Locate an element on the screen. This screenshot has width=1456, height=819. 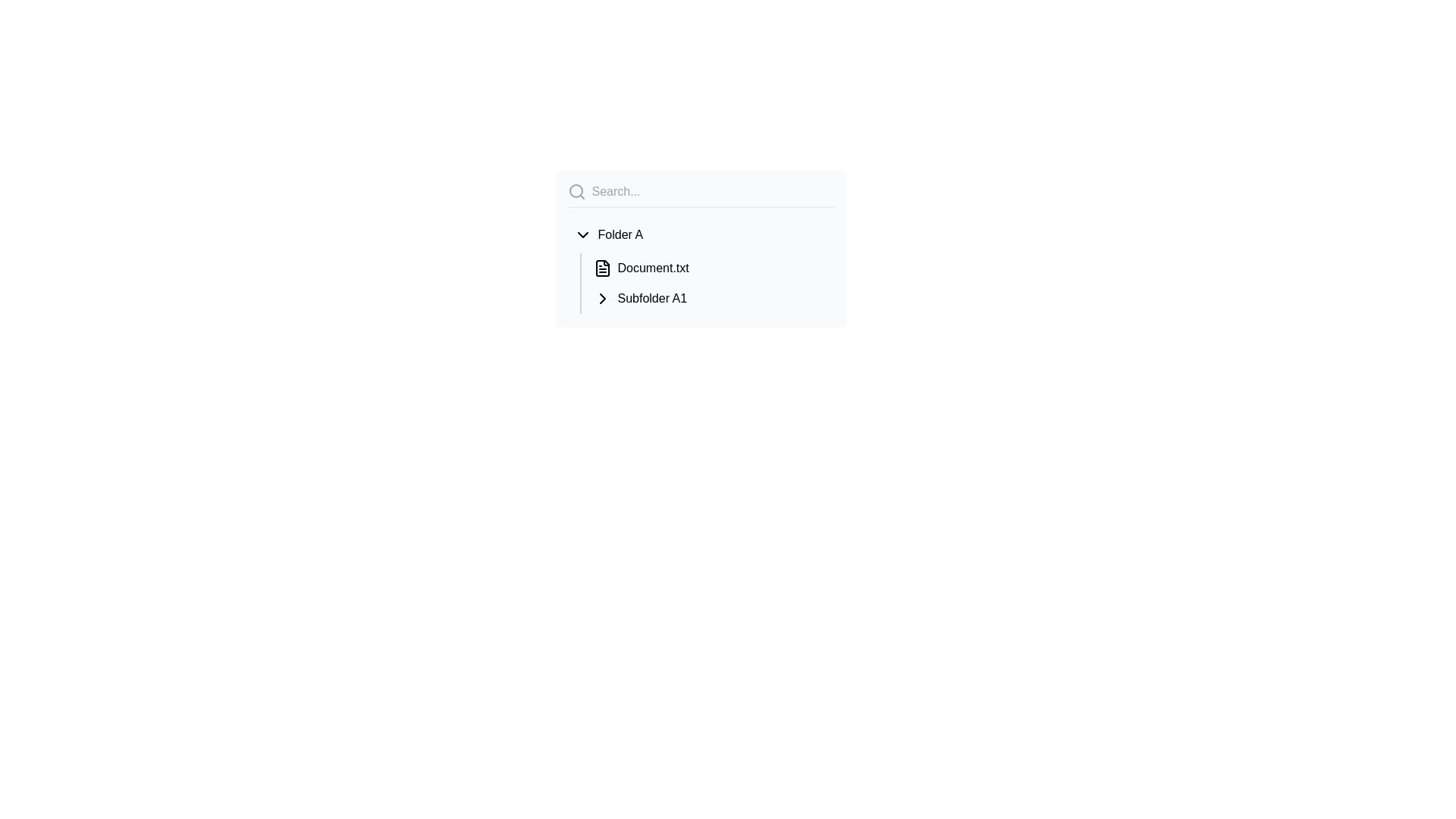
the text label displaying 'Subfolder A1' is located at coordinates (652, 298).